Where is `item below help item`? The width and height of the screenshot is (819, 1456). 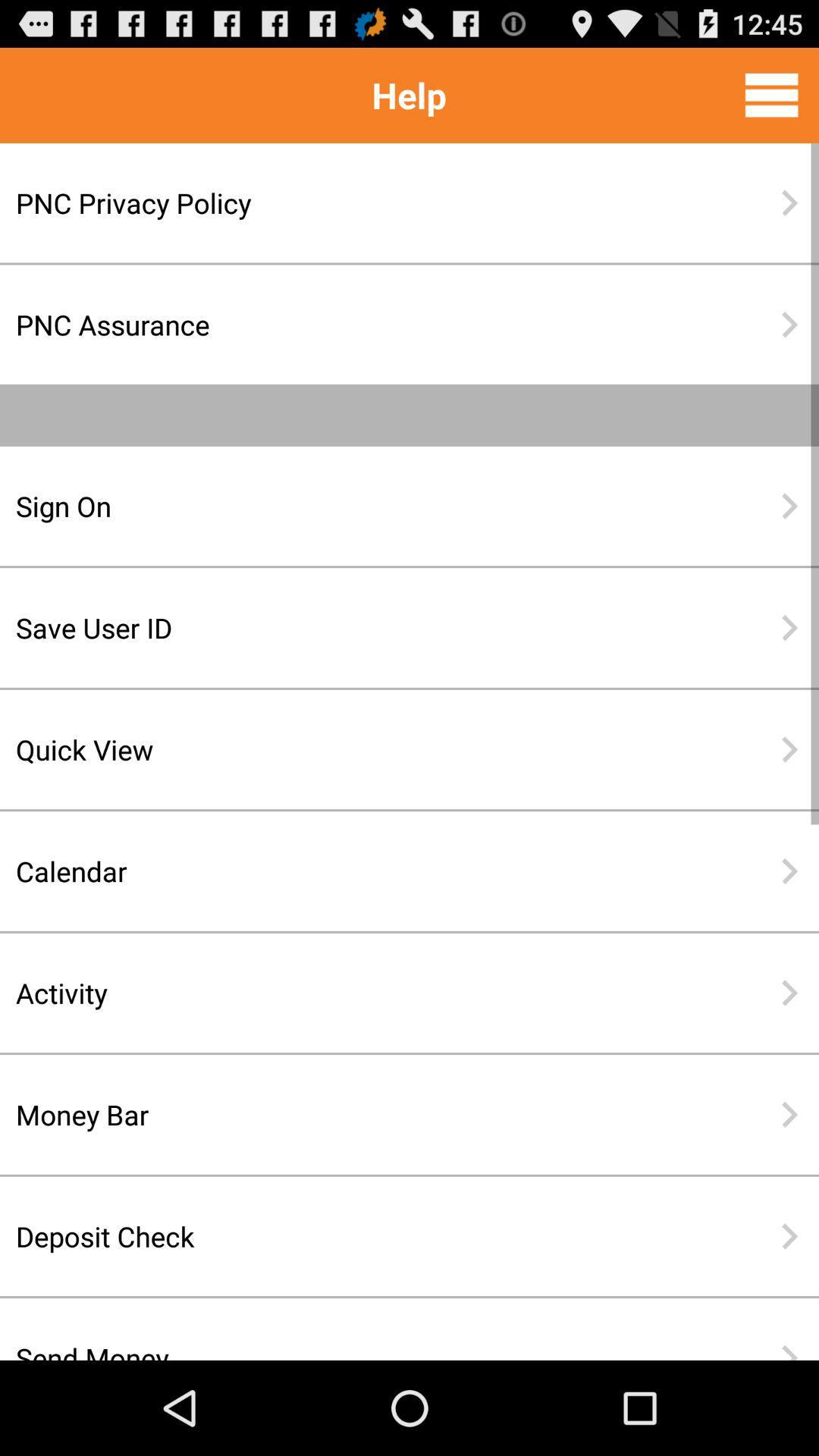
item below help item is located at coordinates (360, 202).